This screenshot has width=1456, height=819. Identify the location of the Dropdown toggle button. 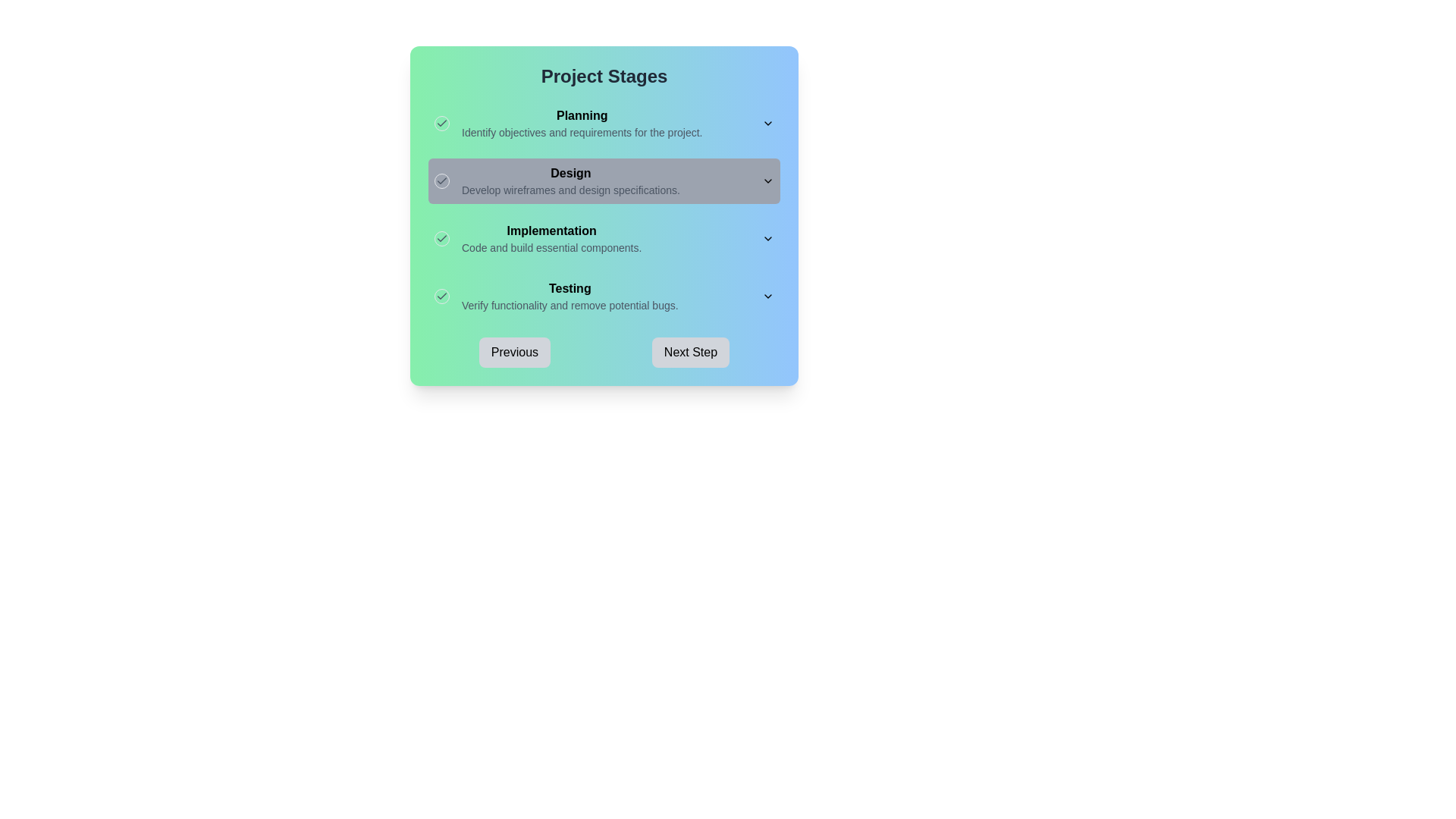
(767, 296).